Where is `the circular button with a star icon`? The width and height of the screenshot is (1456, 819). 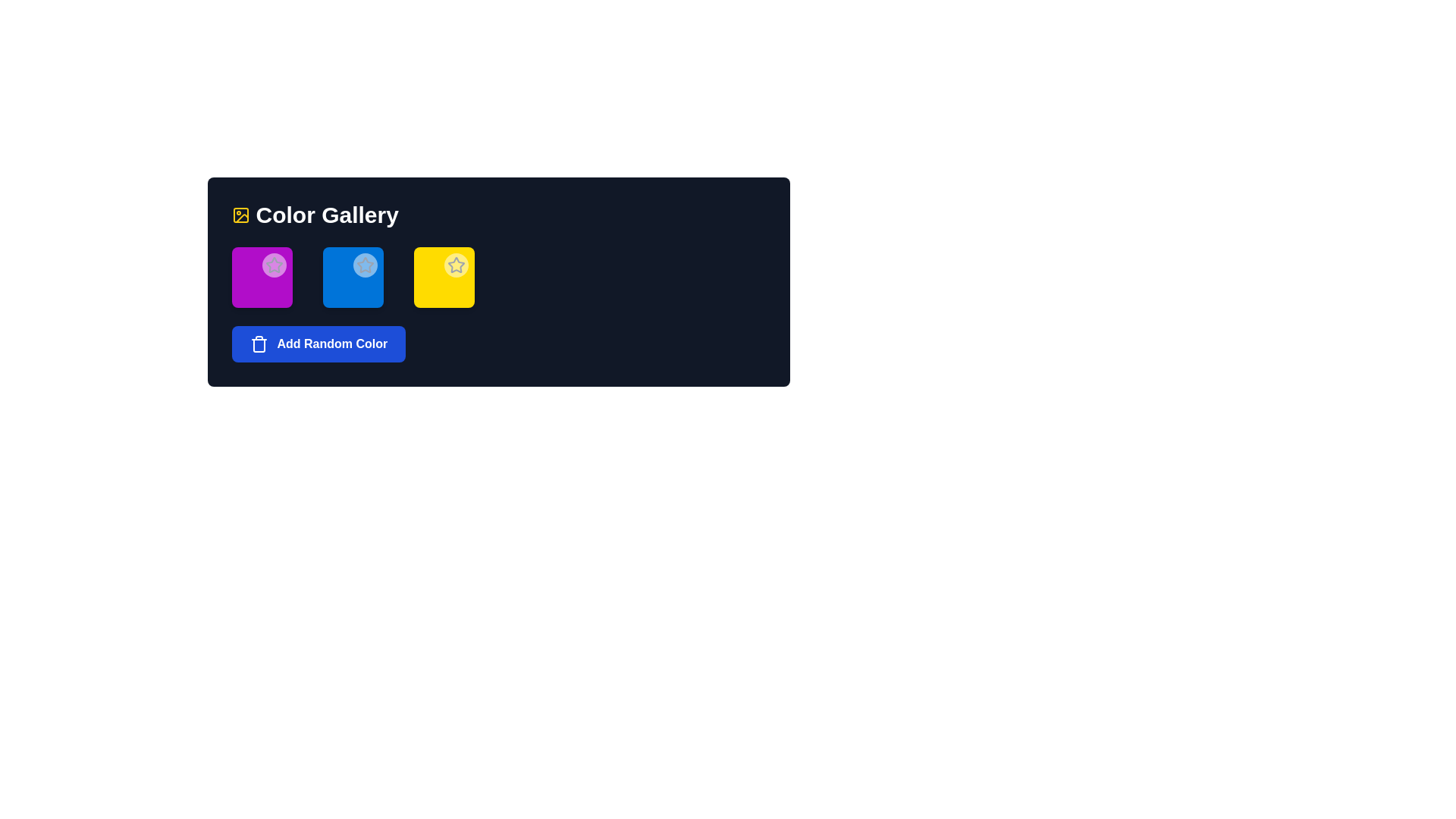 the circular button with a star icon is located at coordinates (365, 265).